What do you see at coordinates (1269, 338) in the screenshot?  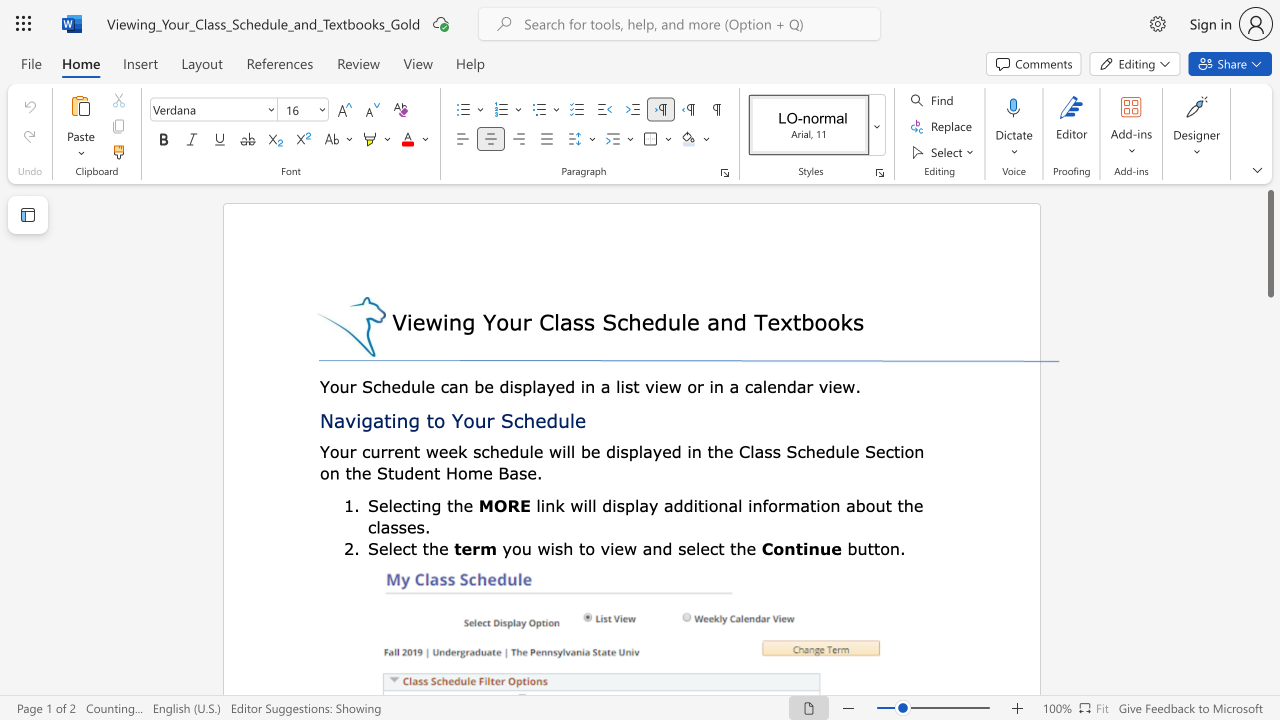 I see `the scrollbar to move the page down` at bounding box center [1269, 338].